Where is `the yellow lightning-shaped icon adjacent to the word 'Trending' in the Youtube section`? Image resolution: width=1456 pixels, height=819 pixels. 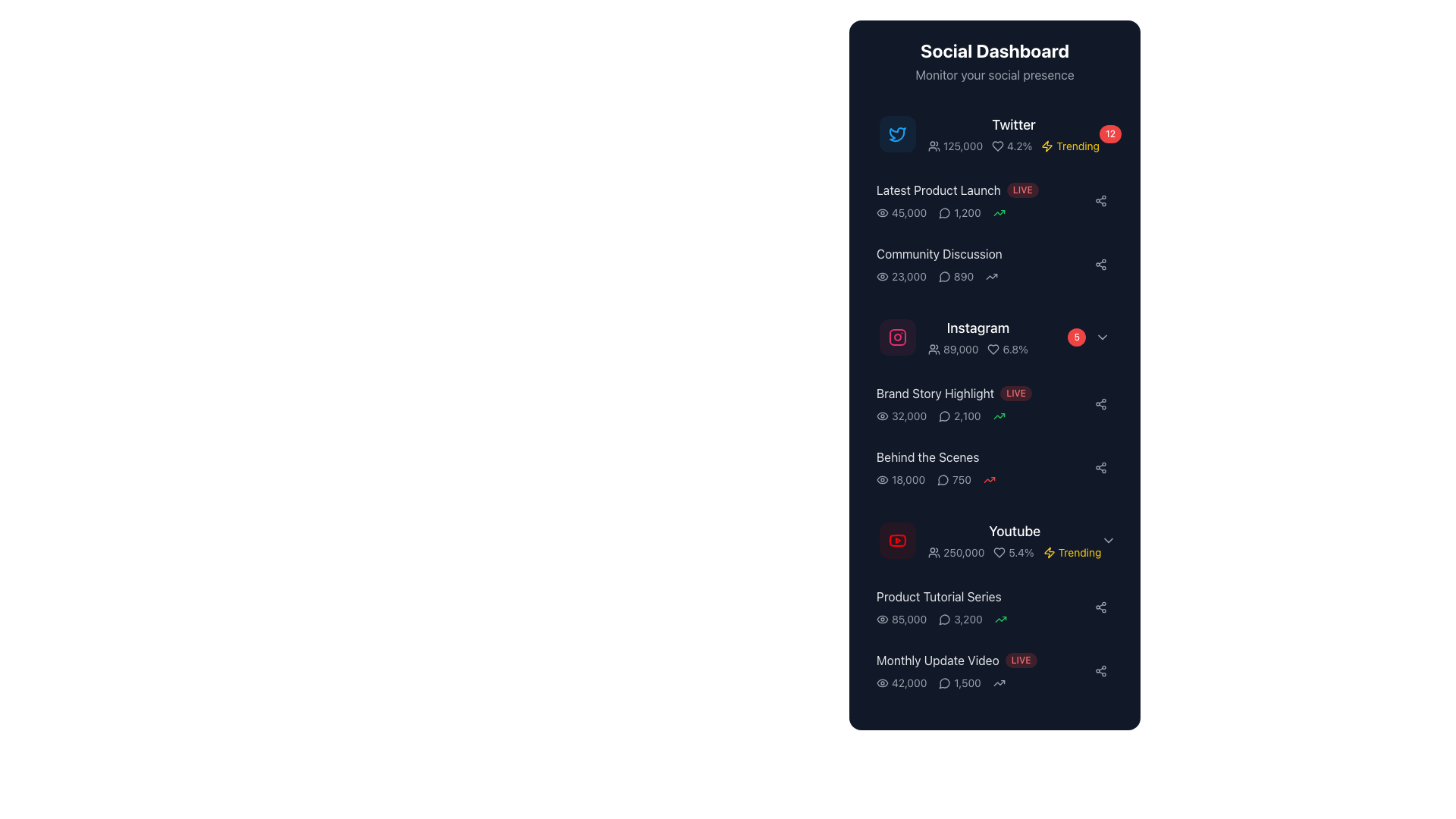
the yellow lightning-shaped icon adjacent to the word 'Trending' in the Youtube section is located at coordinates (1048, 553).